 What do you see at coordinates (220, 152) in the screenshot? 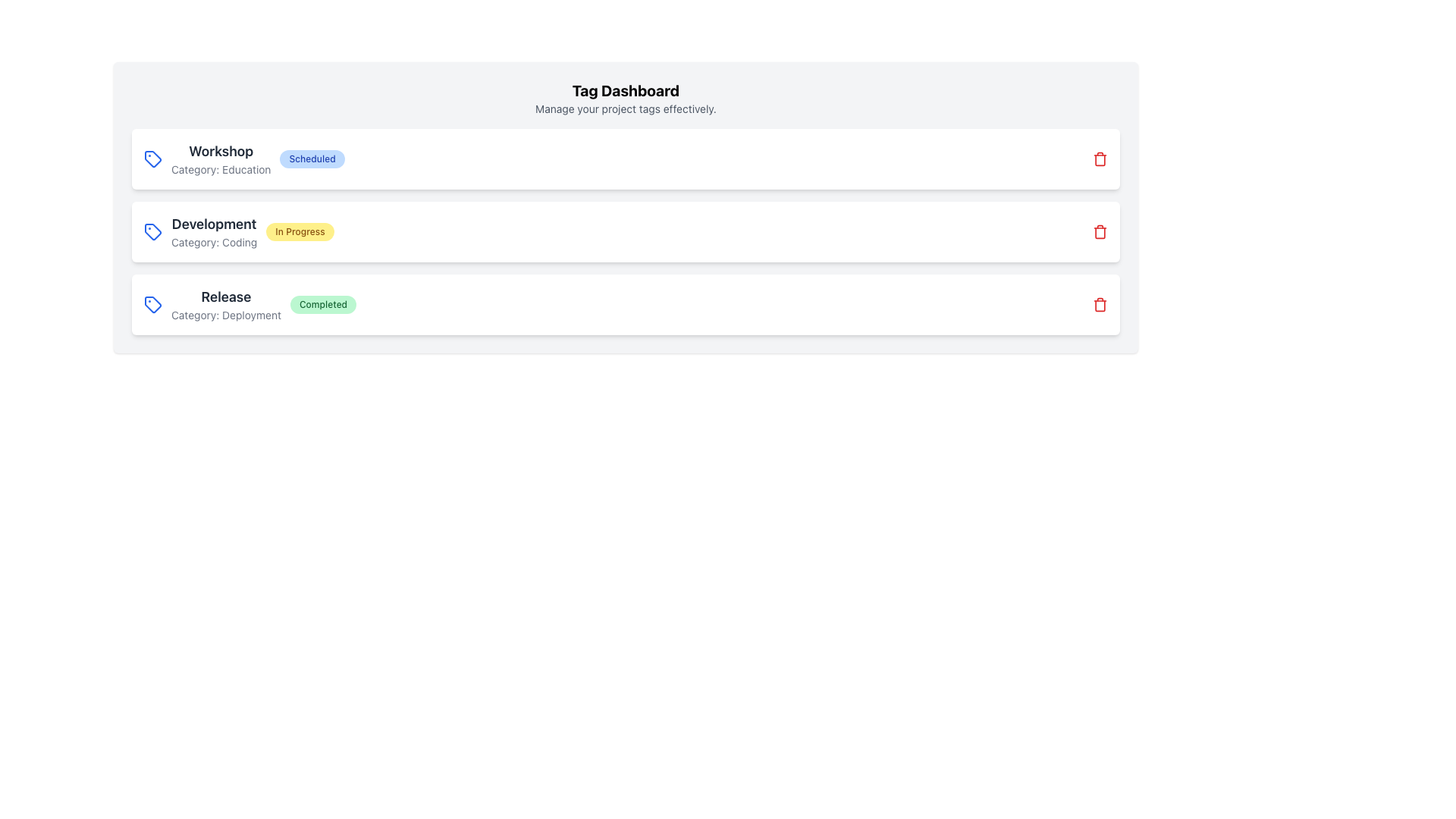
I see `the bold text label reading 'Workshop', which is the first item in a vertically stacked list` at bounding box center [220, 152].